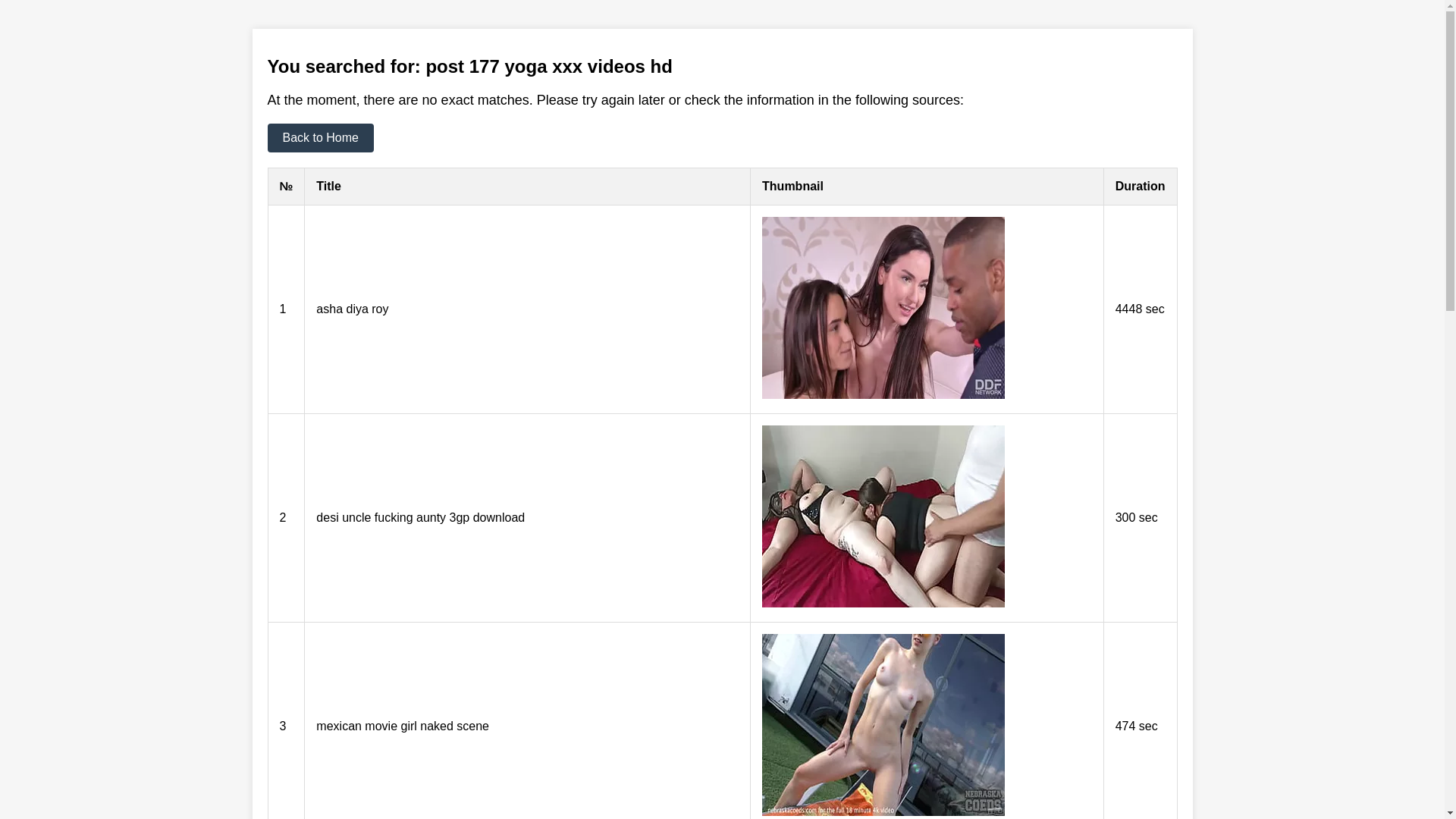  Describe the element at coordinates (319, 137) in the screenshot. I see `'Back to Home'` at that location.